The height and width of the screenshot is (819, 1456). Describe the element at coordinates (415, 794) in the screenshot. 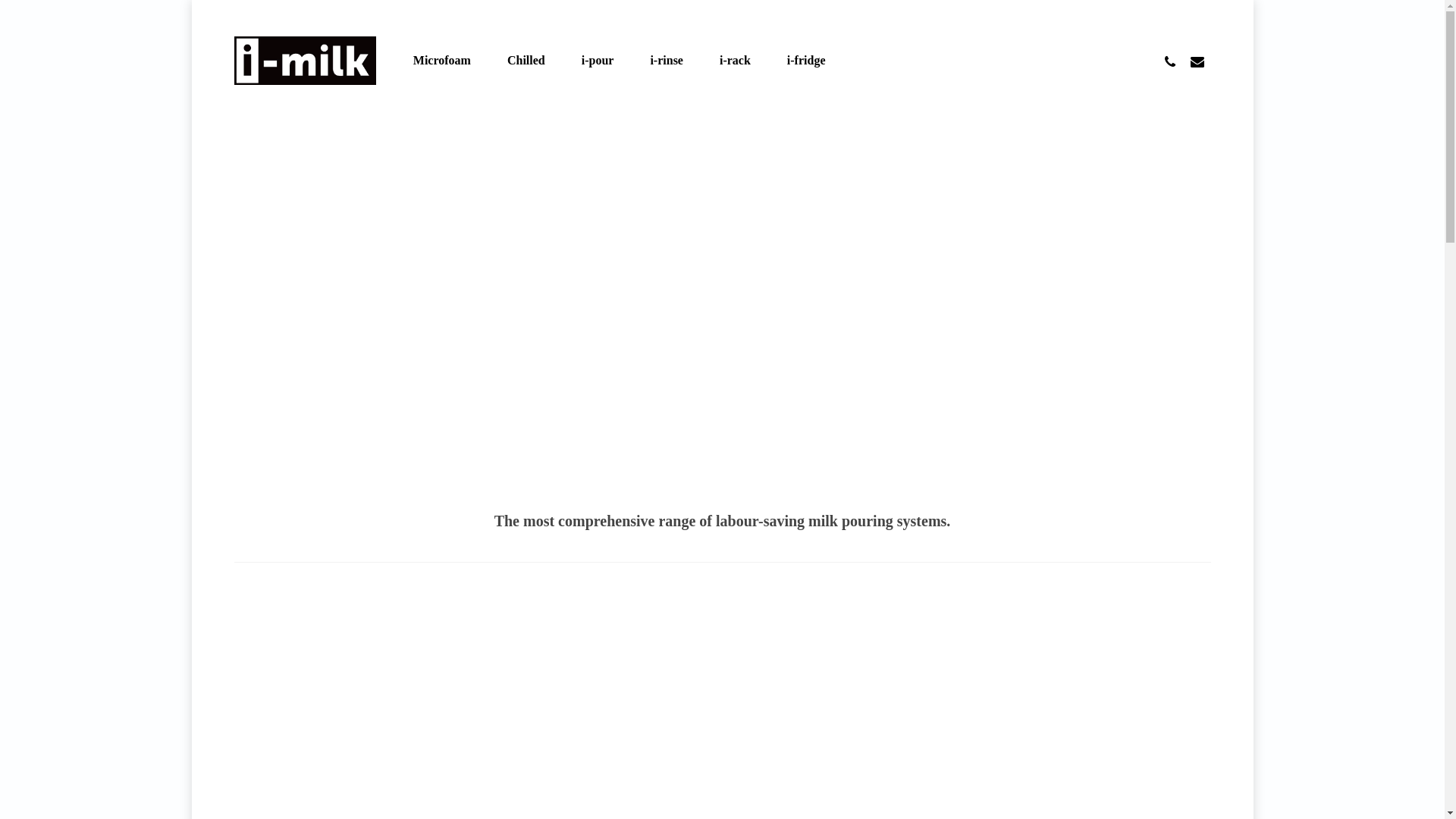

I see `'web design by koda.'` at that location.